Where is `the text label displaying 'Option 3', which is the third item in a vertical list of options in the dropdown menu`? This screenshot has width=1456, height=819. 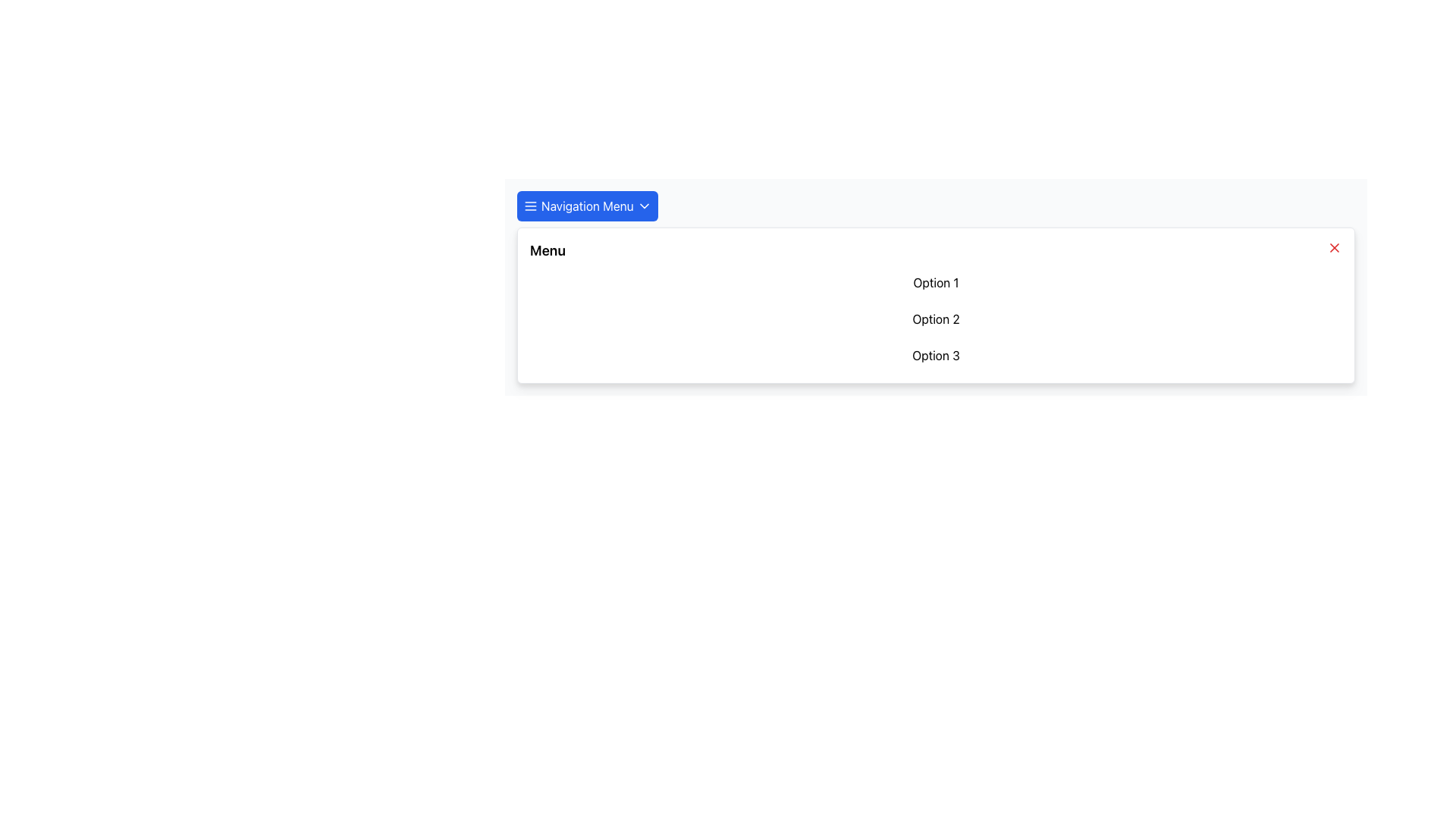 the text label displaying 'Option 3', which is the third item in a vertical list of options in the dropdown menu is located at coordinates (935, 356).